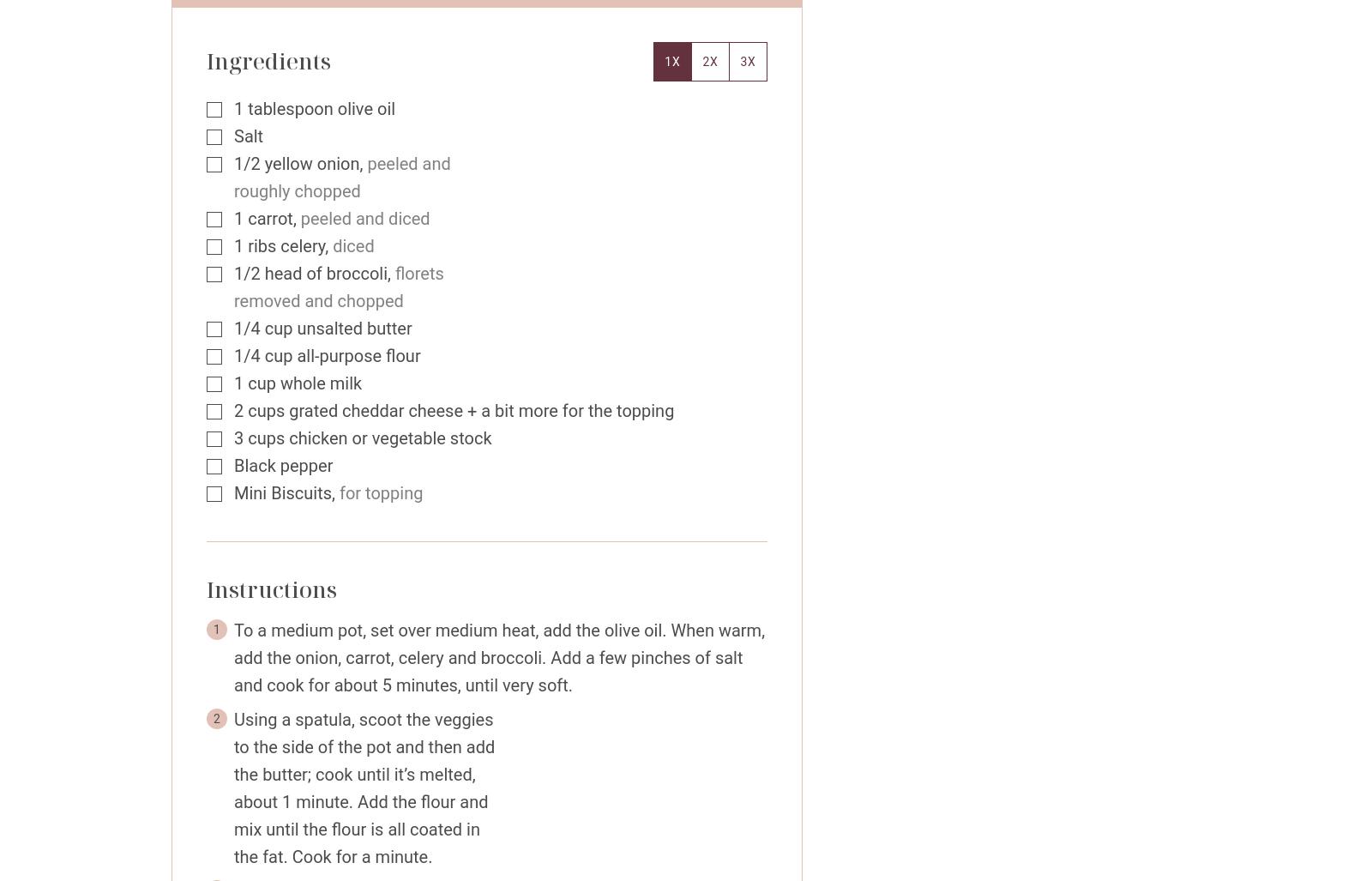 This screenshot has height=881, width=1372. I want to click on '3x', so click(747, 59).